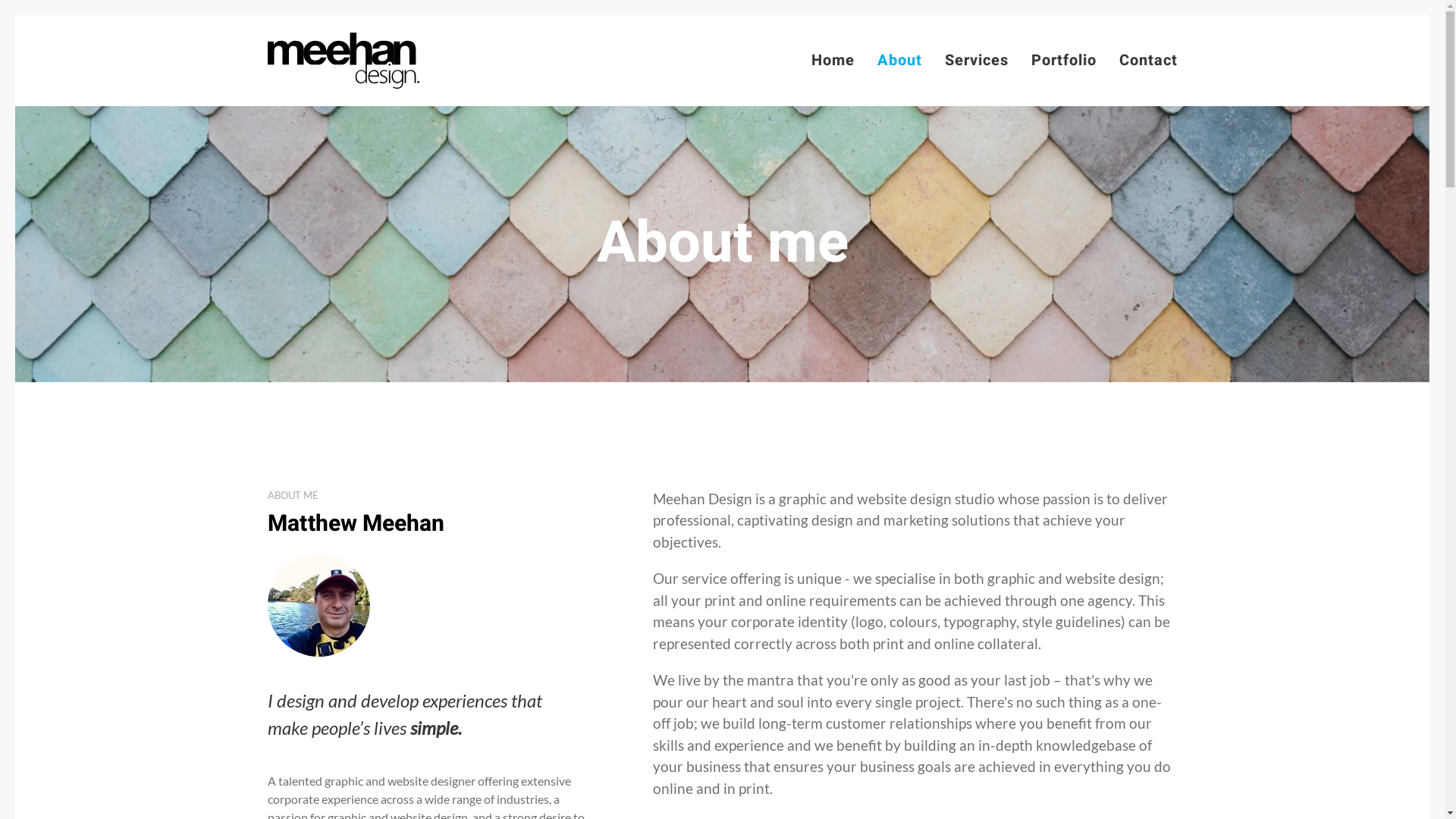 The image size is (1456, 819). Describe the element at coordinates (1148, 60) in the screenshot. I see `'Contact'` at that location.